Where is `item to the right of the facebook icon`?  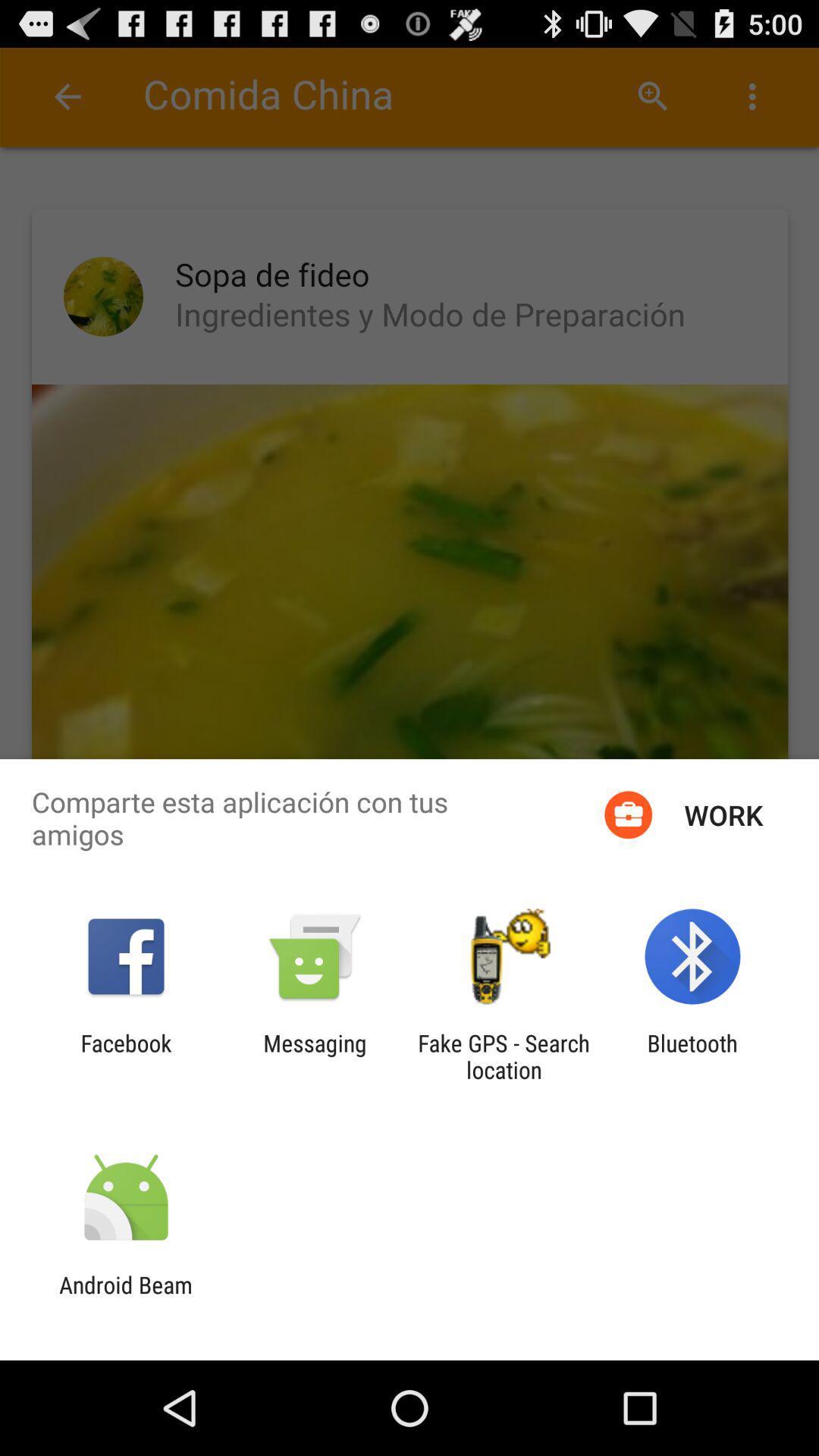
item to the right of the facebook icon is located at coordinates (314, 1056).